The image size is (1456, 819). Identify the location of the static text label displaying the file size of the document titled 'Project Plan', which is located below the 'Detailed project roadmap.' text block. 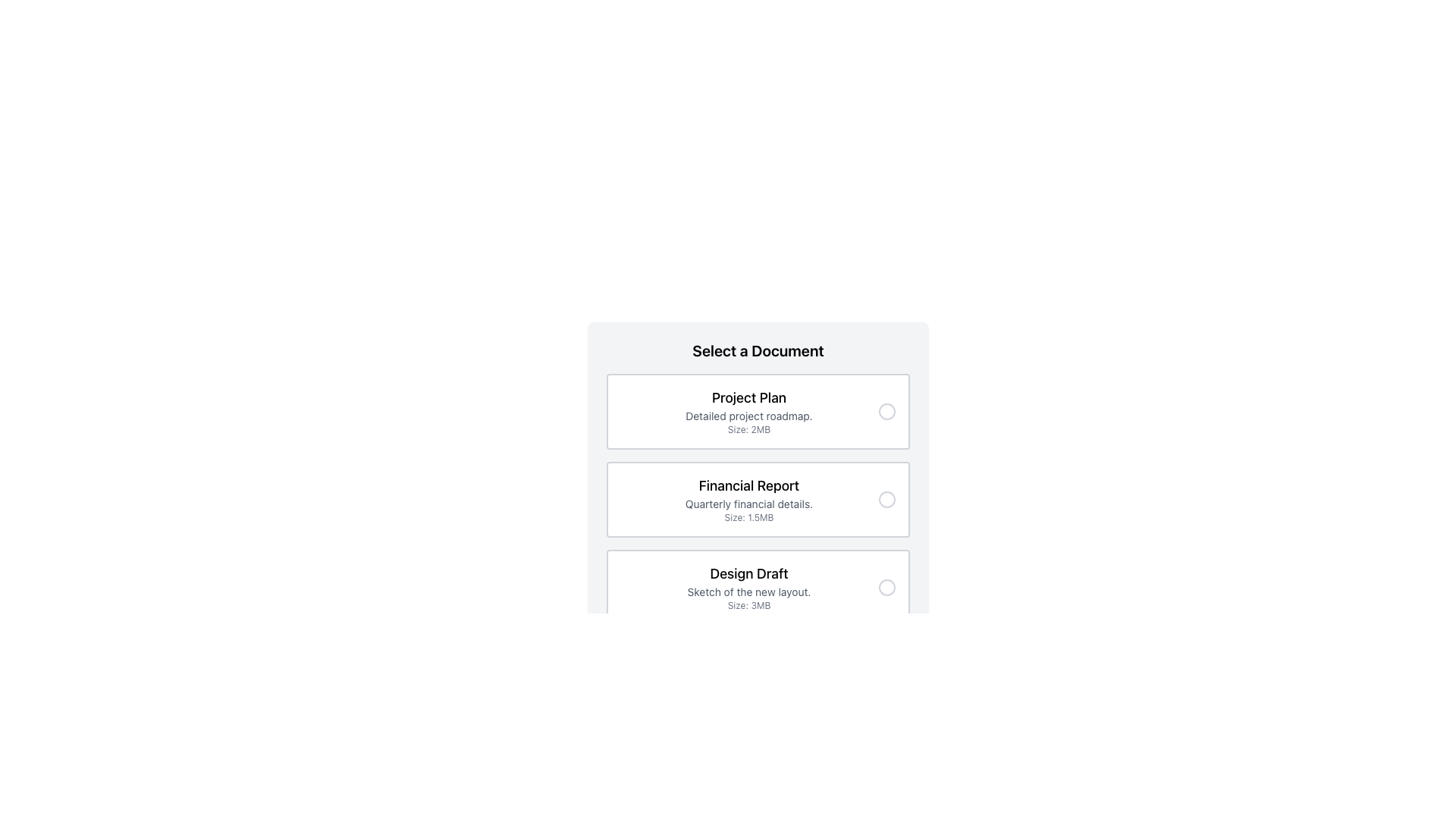
(749, 430).